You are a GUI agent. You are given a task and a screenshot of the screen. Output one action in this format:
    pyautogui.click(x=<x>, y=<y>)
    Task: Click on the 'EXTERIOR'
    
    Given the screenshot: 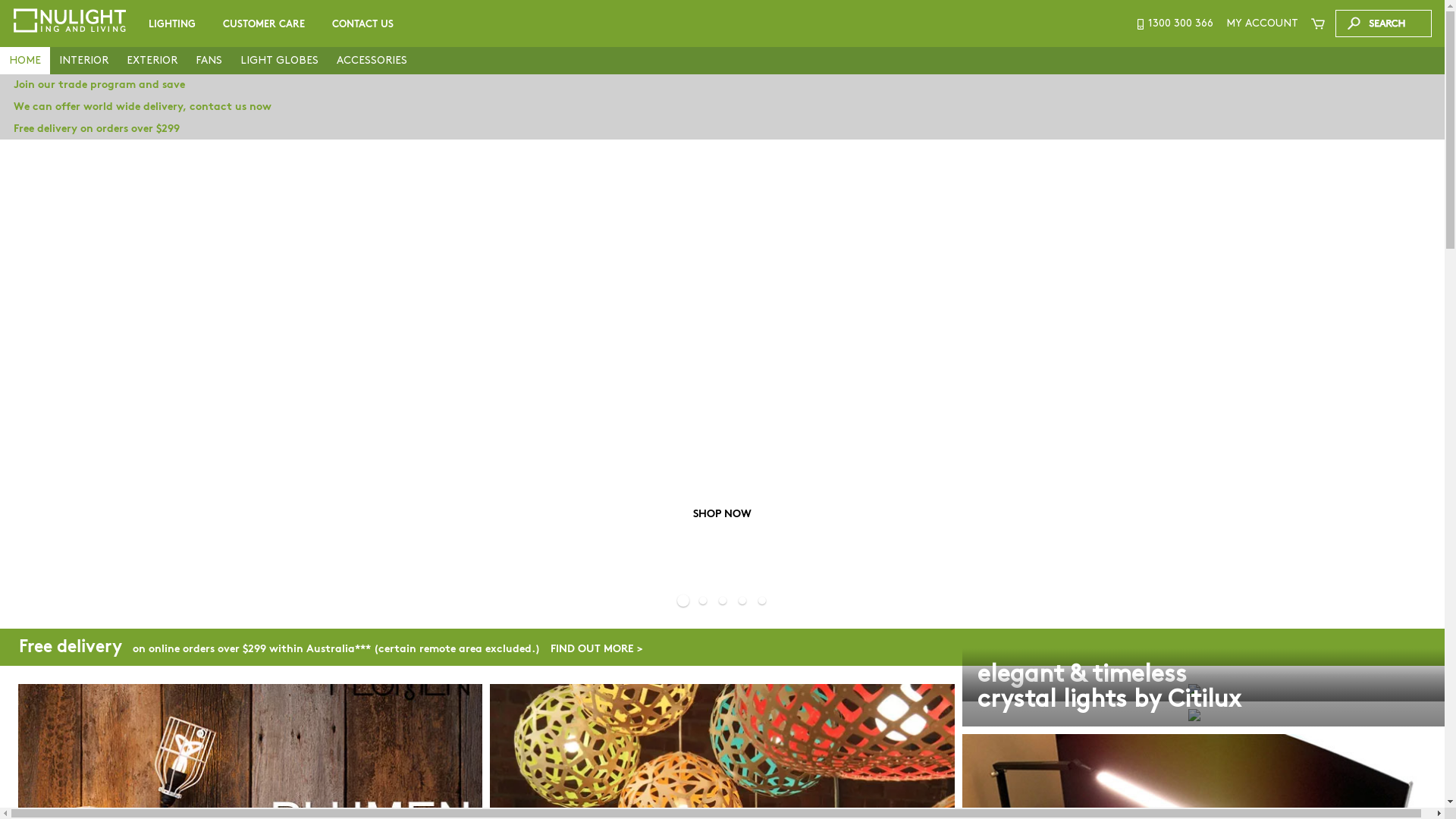 What is the action you would take?
    pyautogui.click(x=152, y=60)
    